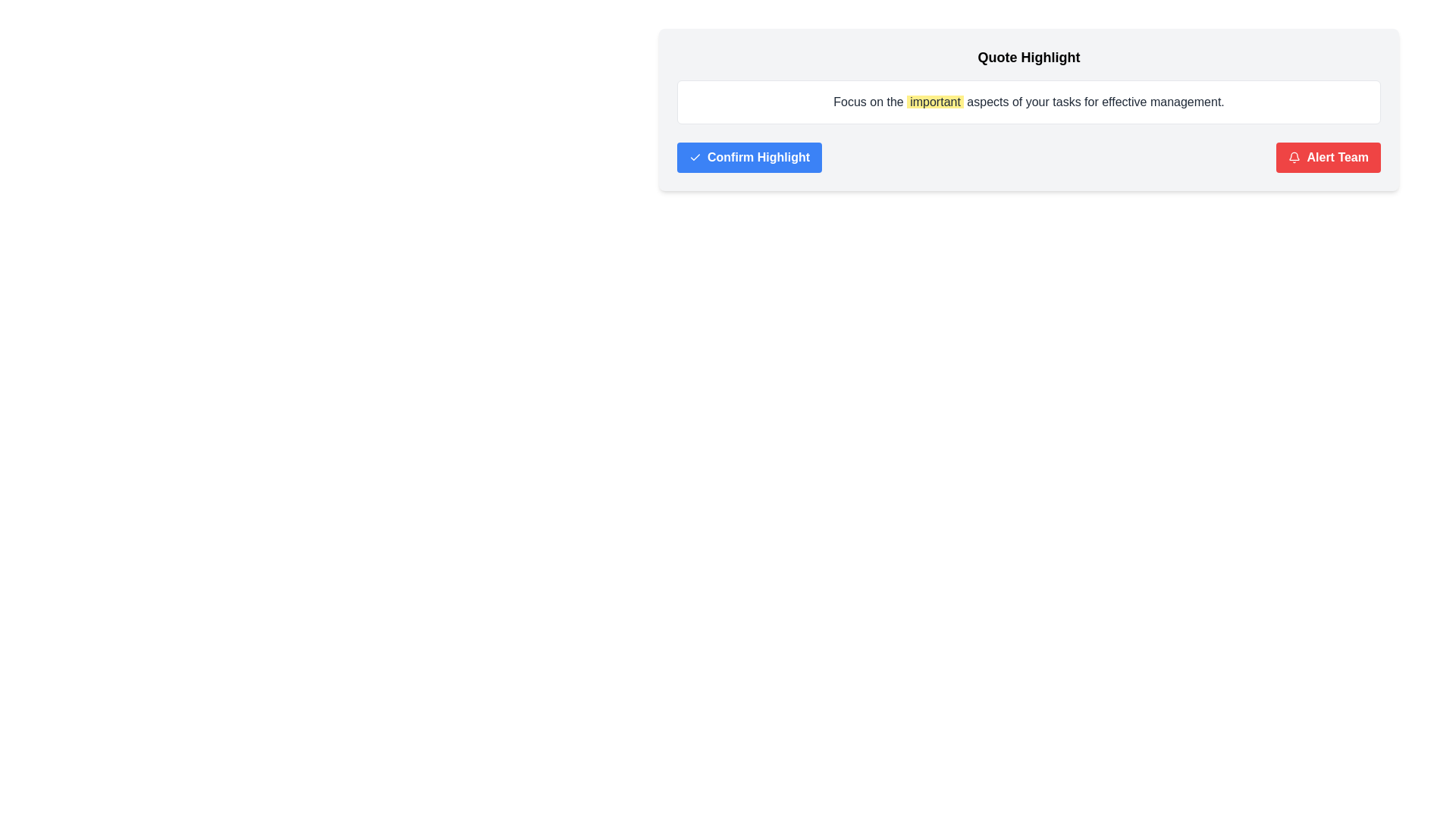  What do you see at coordinates (1328, 158) in the screenshot?
I see `the 'Alert Team' button located to the right of the 'Confirm Highlight' button` at bounding box center [1328, 158].